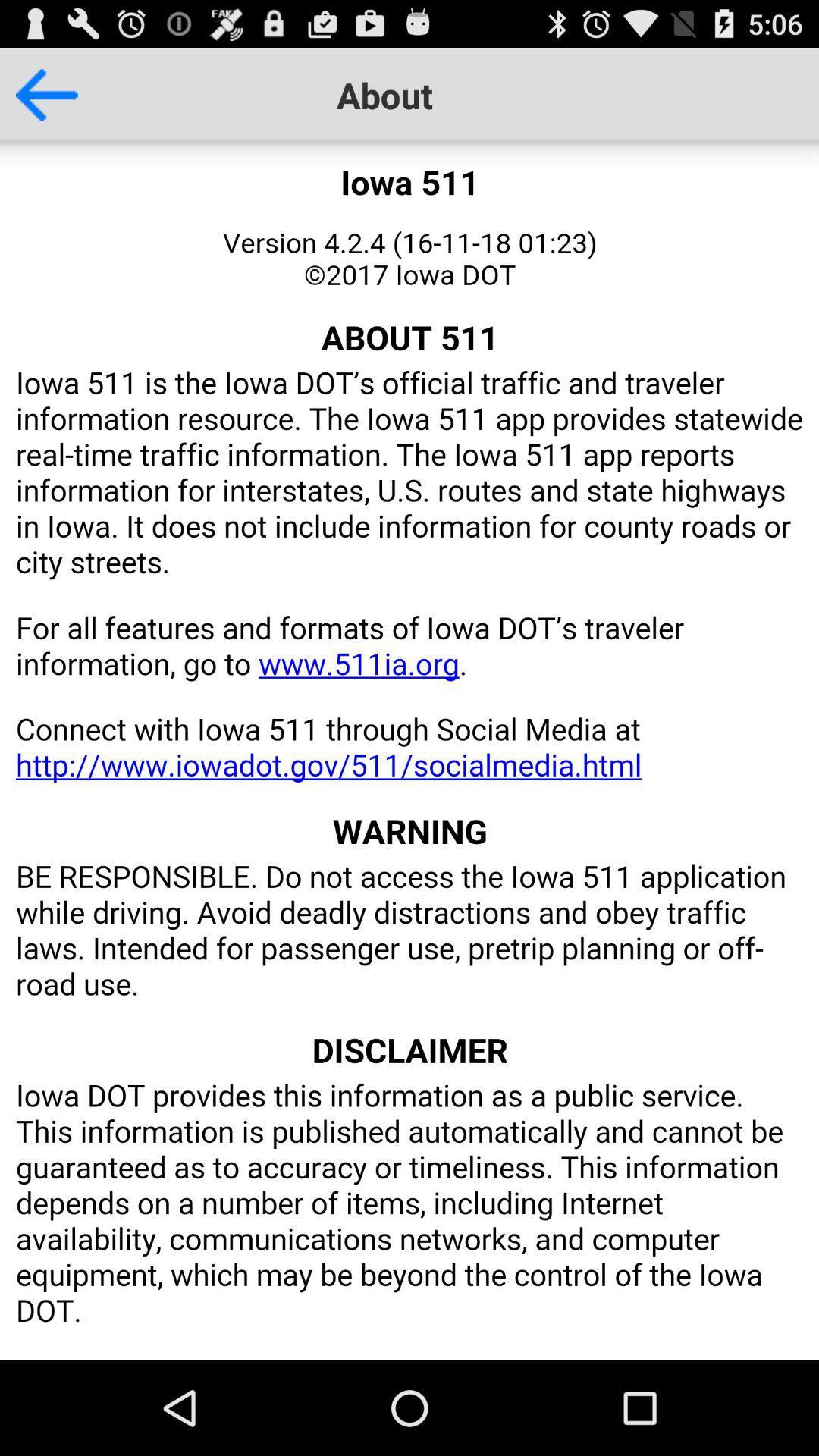 The width and height of the screenshot is (819, 1456). What do you see at coordinates (38, 94) in the screenshot?
I see `backword option` at bounding box center [38, 94].